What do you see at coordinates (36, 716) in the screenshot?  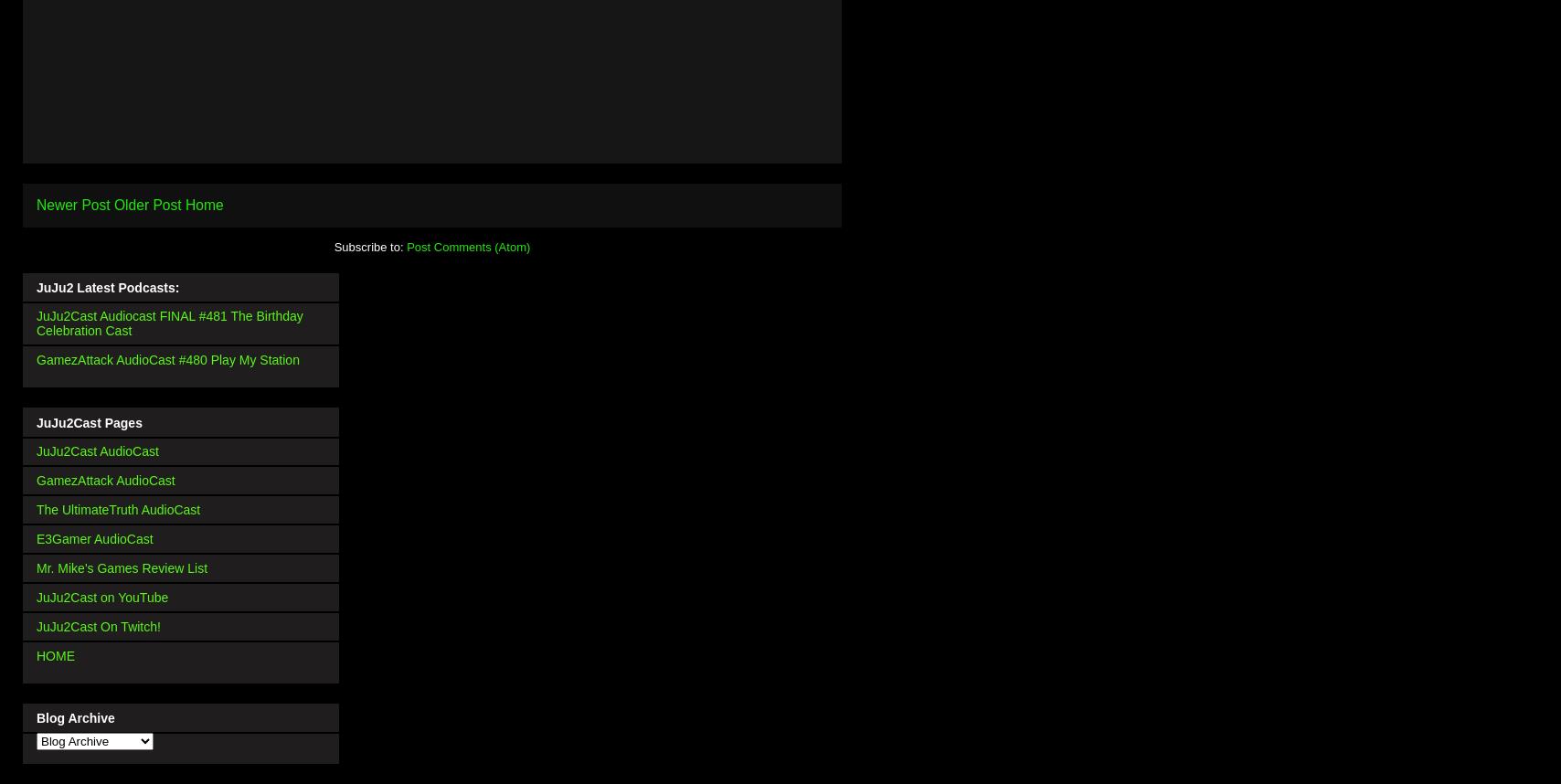 I see `'Blog Archive'` at bounding box center [36, 716].